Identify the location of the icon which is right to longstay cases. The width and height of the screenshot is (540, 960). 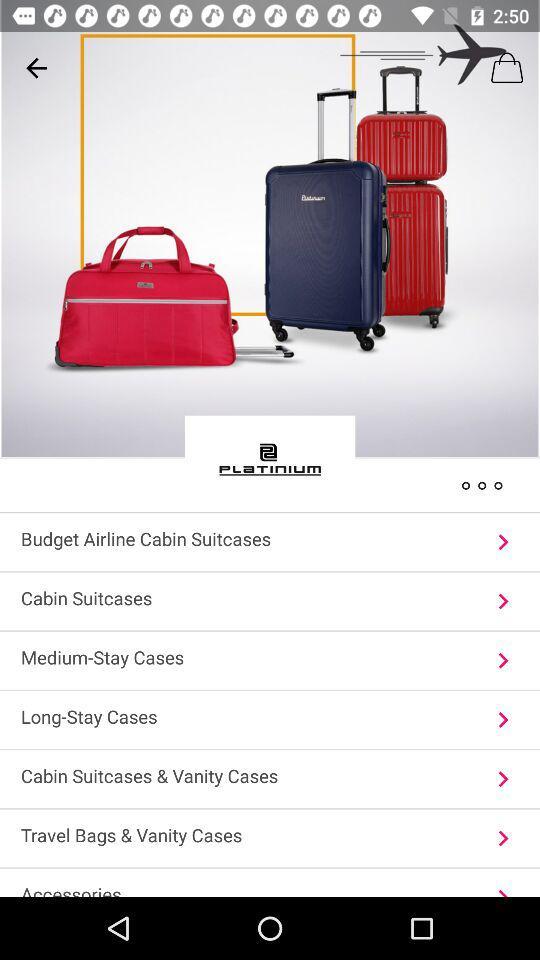
(502, 720).